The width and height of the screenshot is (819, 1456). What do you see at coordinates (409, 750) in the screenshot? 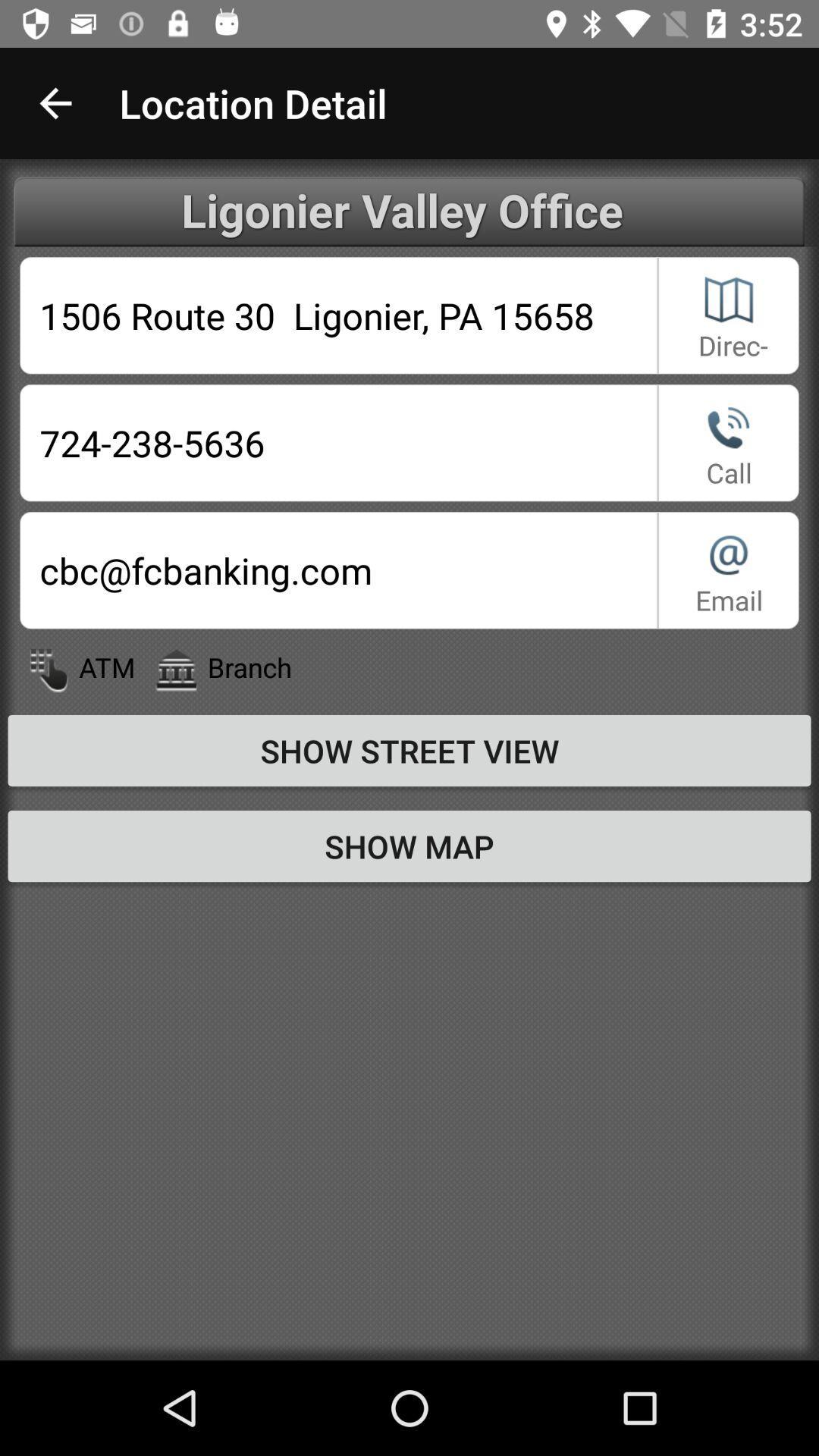
I see `the item above show map` at bounding box center [409, 750].